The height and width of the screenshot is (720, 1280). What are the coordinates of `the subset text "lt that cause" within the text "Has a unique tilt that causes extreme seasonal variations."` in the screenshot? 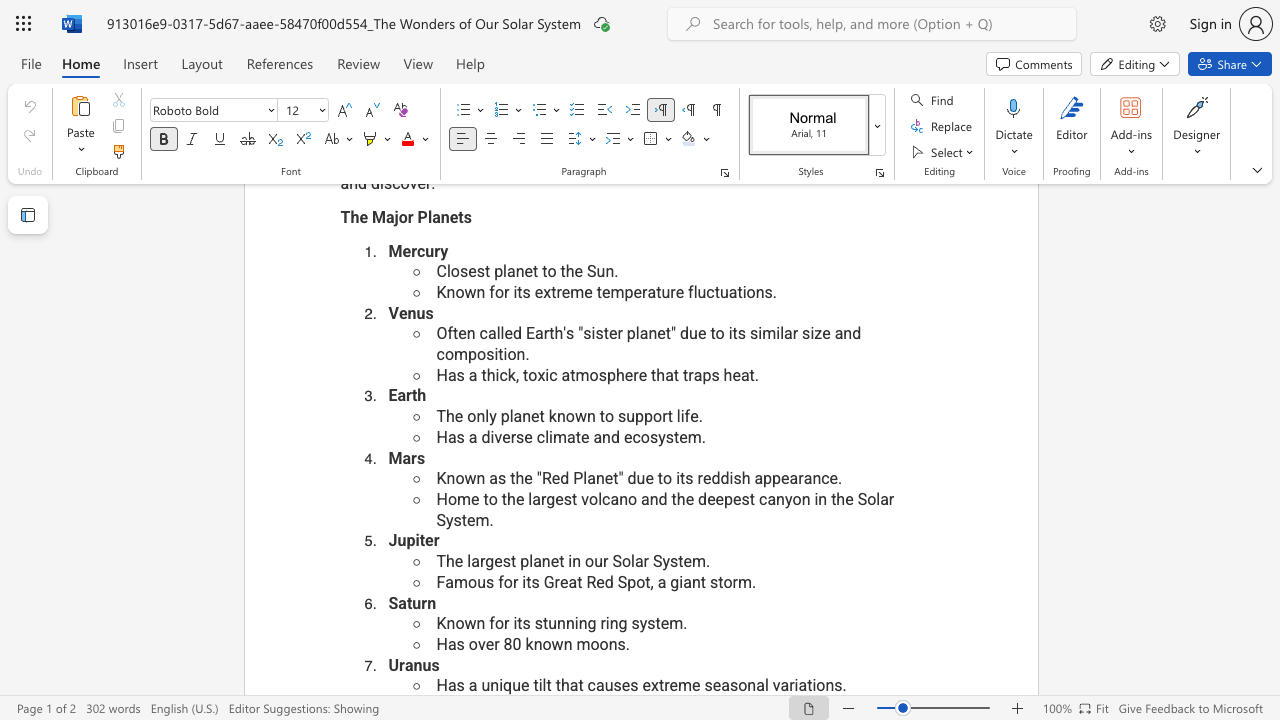 It's located at (542, 684).